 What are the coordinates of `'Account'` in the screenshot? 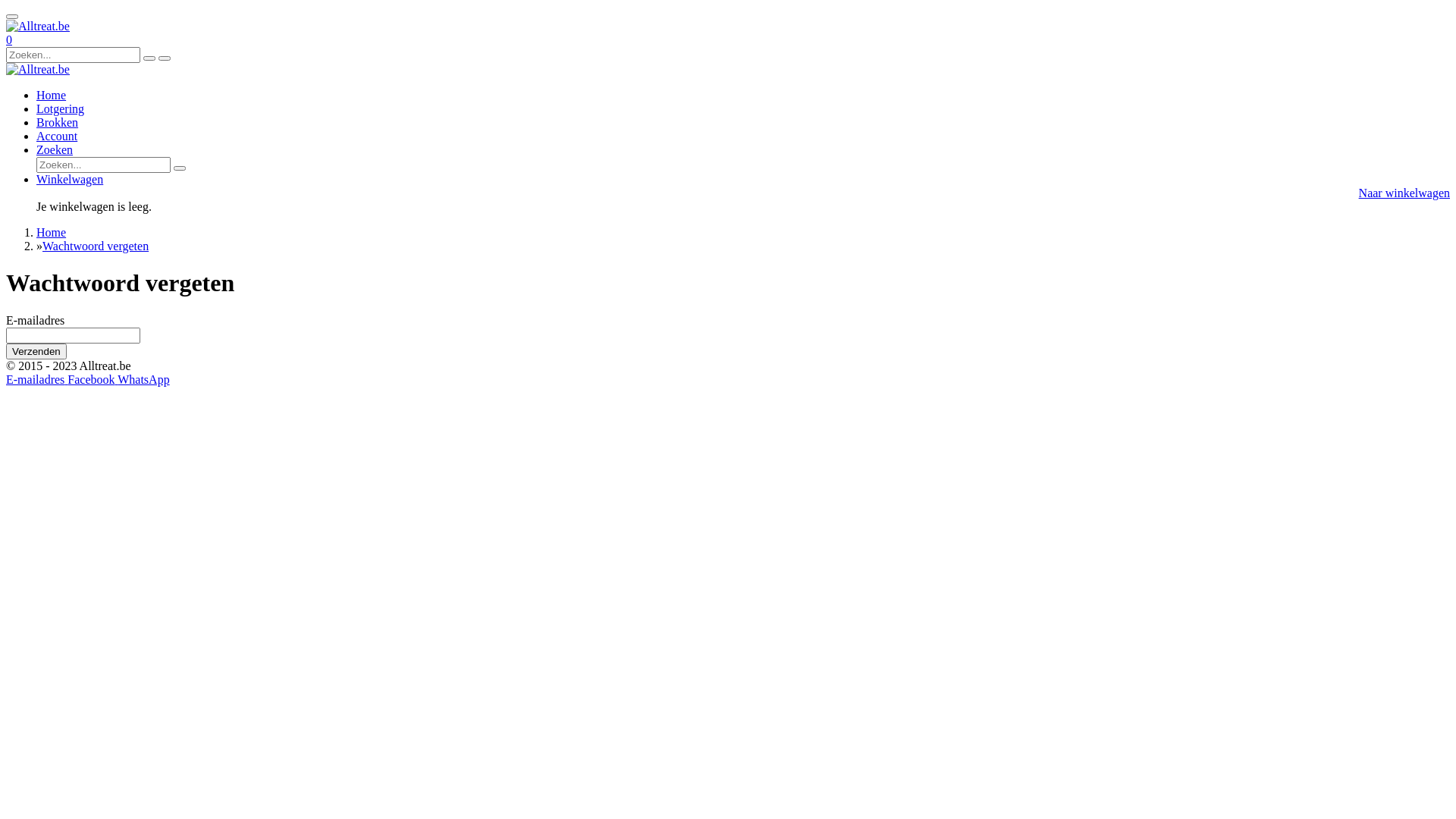 It's located at (57, 135).